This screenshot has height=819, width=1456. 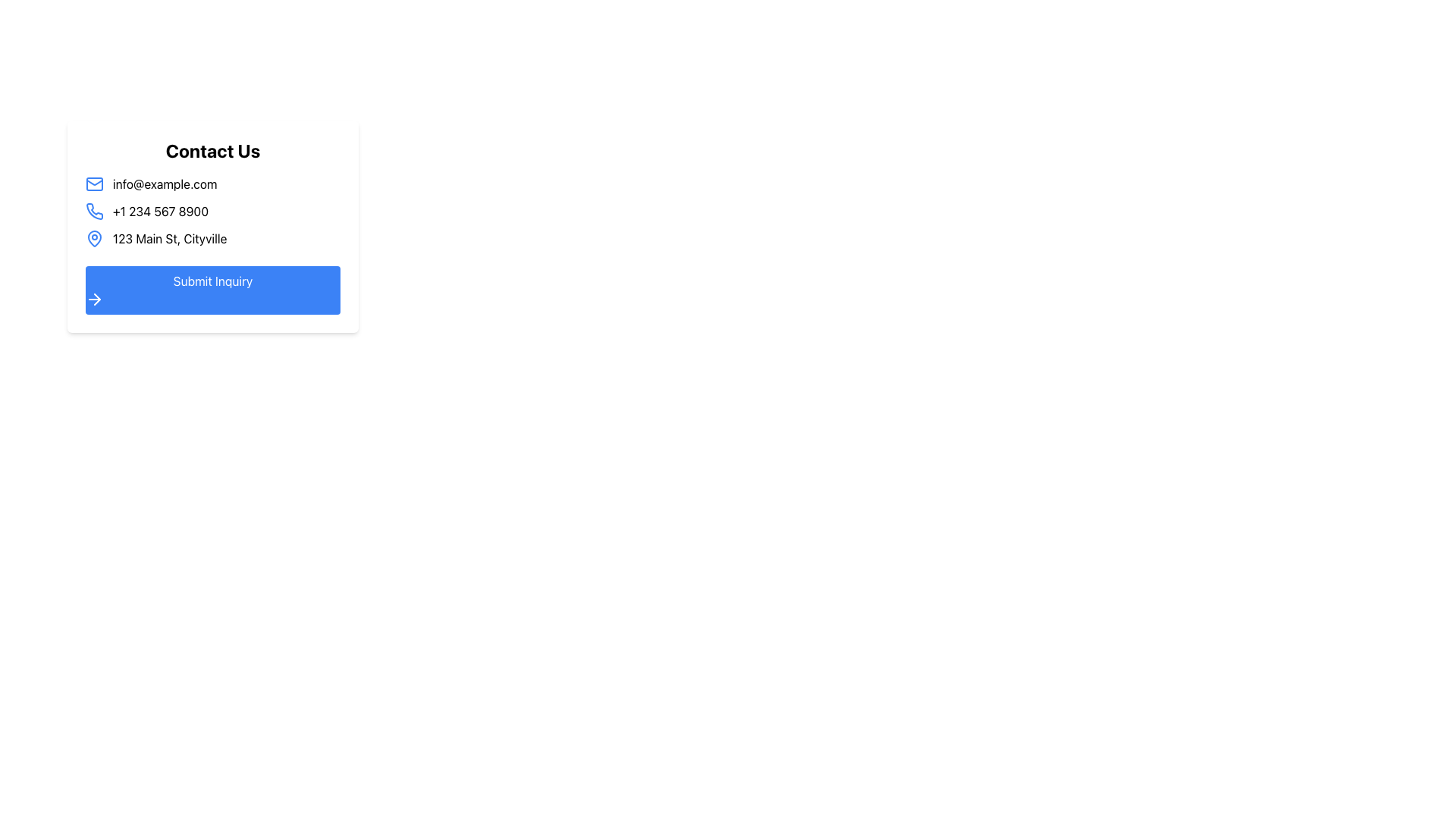 What do you see at coordinates (212, 290) in the screenshot?
I see `the 'Submit Inquiry' button located at the bottom of the contact section under the address '123 Main St, Cityville'` at bounding box center [212, 290].